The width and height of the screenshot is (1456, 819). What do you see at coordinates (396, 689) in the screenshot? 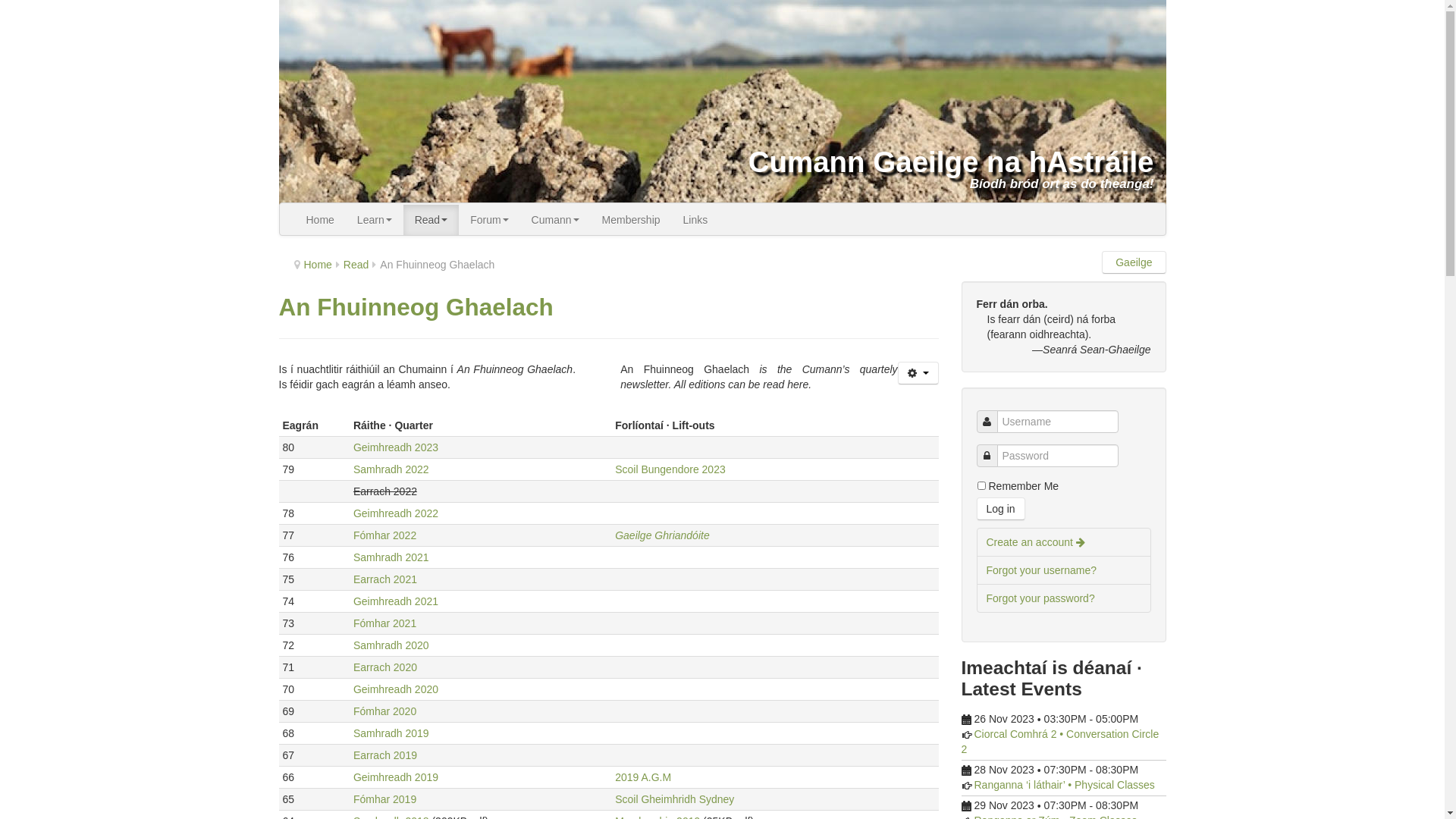
I see `'Geimhreadh 2020'` at bounding box center [396, 689].